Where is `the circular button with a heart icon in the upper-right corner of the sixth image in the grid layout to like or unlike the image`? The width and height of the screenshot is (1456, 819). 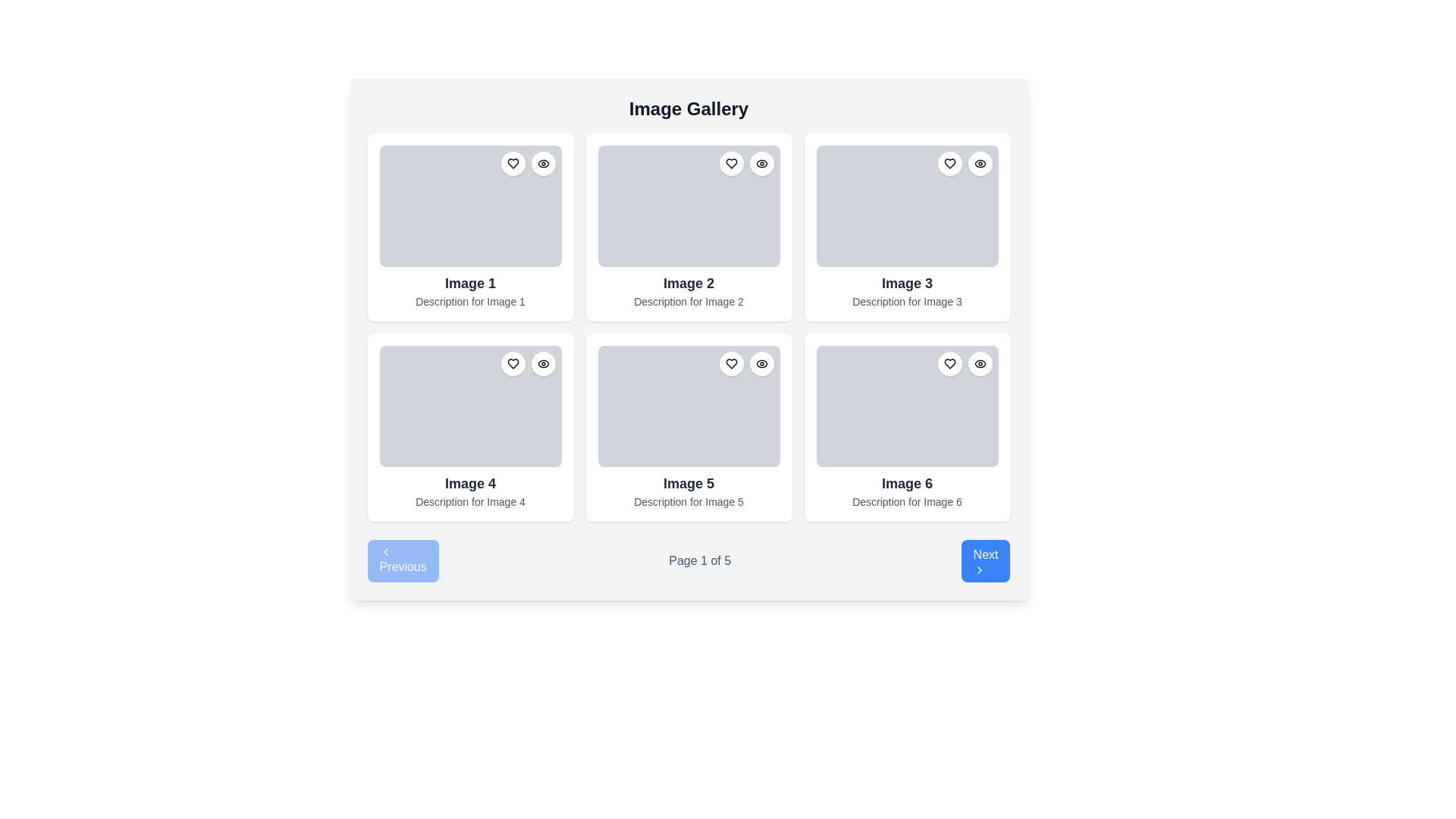 the circular button with a heart icon in the upper-right corner of the sixth image in the grid layout to like or unlike the image is located at coordinates (949, 363).